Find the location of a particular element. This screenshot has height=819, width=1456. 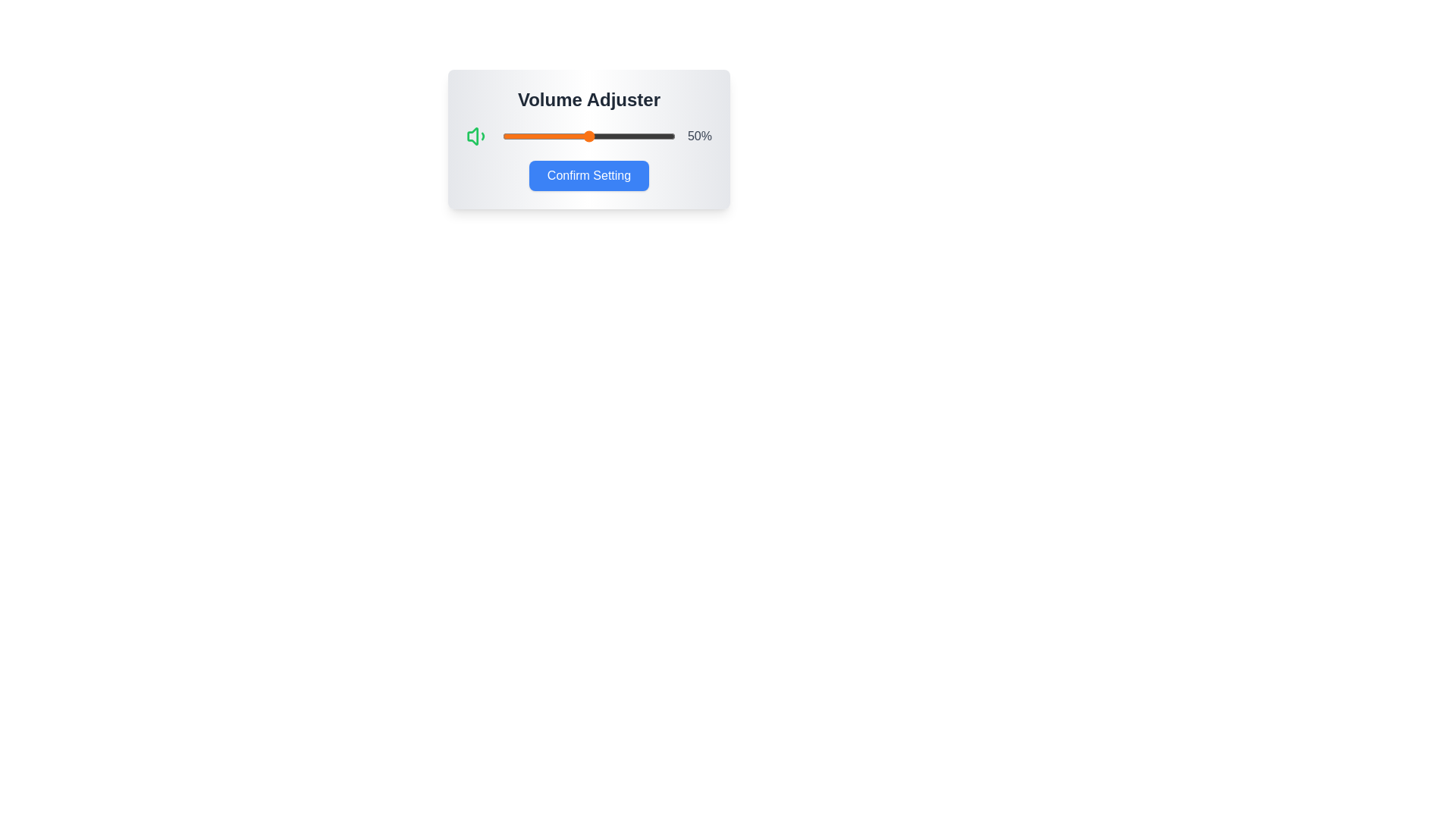

the volume slider to 12% is located at coordinates (523, 136).